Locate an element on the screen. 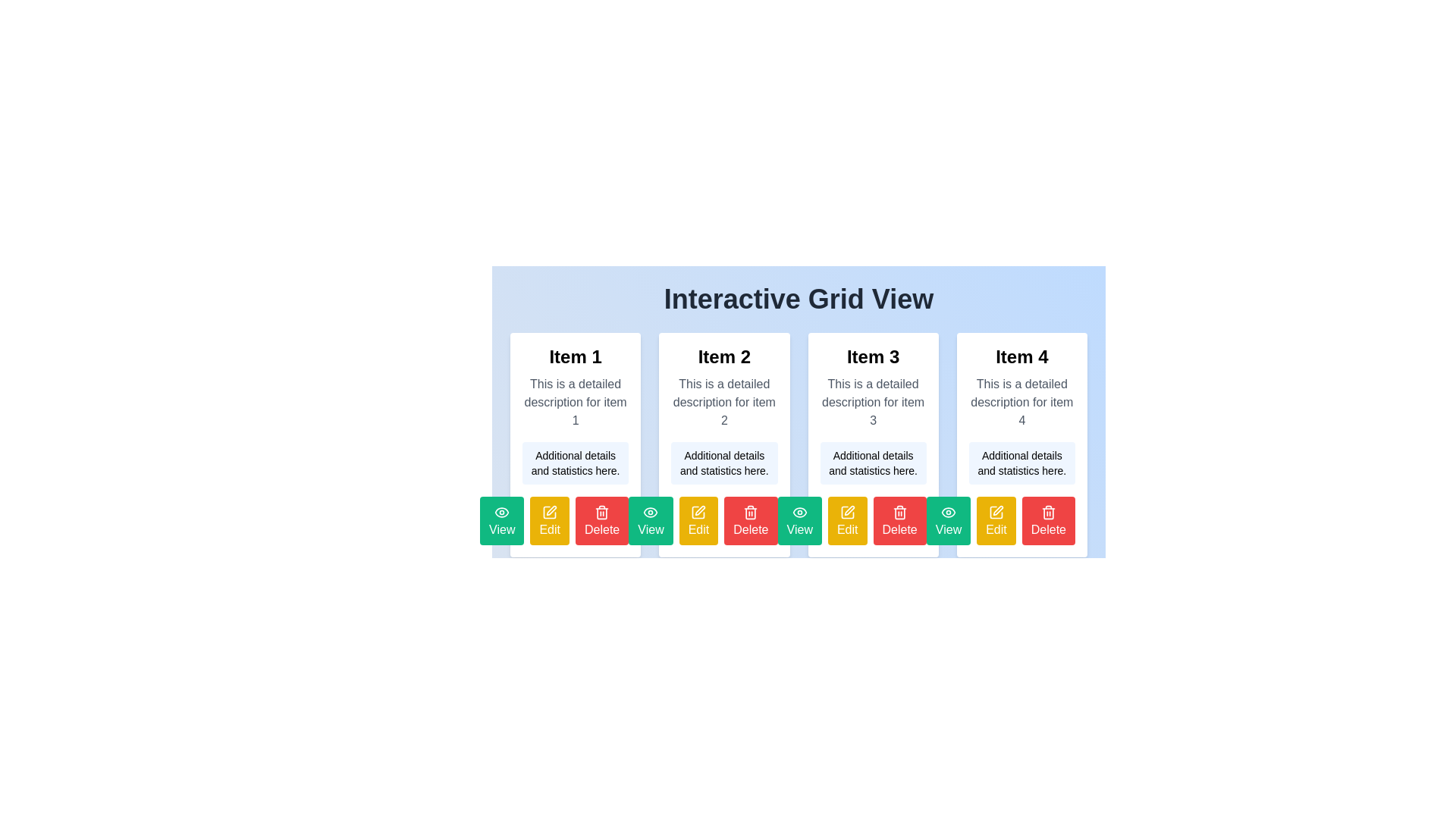 The width and height of the screenshot is (1456, 819). the second card item in the grid layout that displays information and statistics related to 'Item 2', positioned between 'Item 1' and 'Item 3' is located at coordinates (723, 444).